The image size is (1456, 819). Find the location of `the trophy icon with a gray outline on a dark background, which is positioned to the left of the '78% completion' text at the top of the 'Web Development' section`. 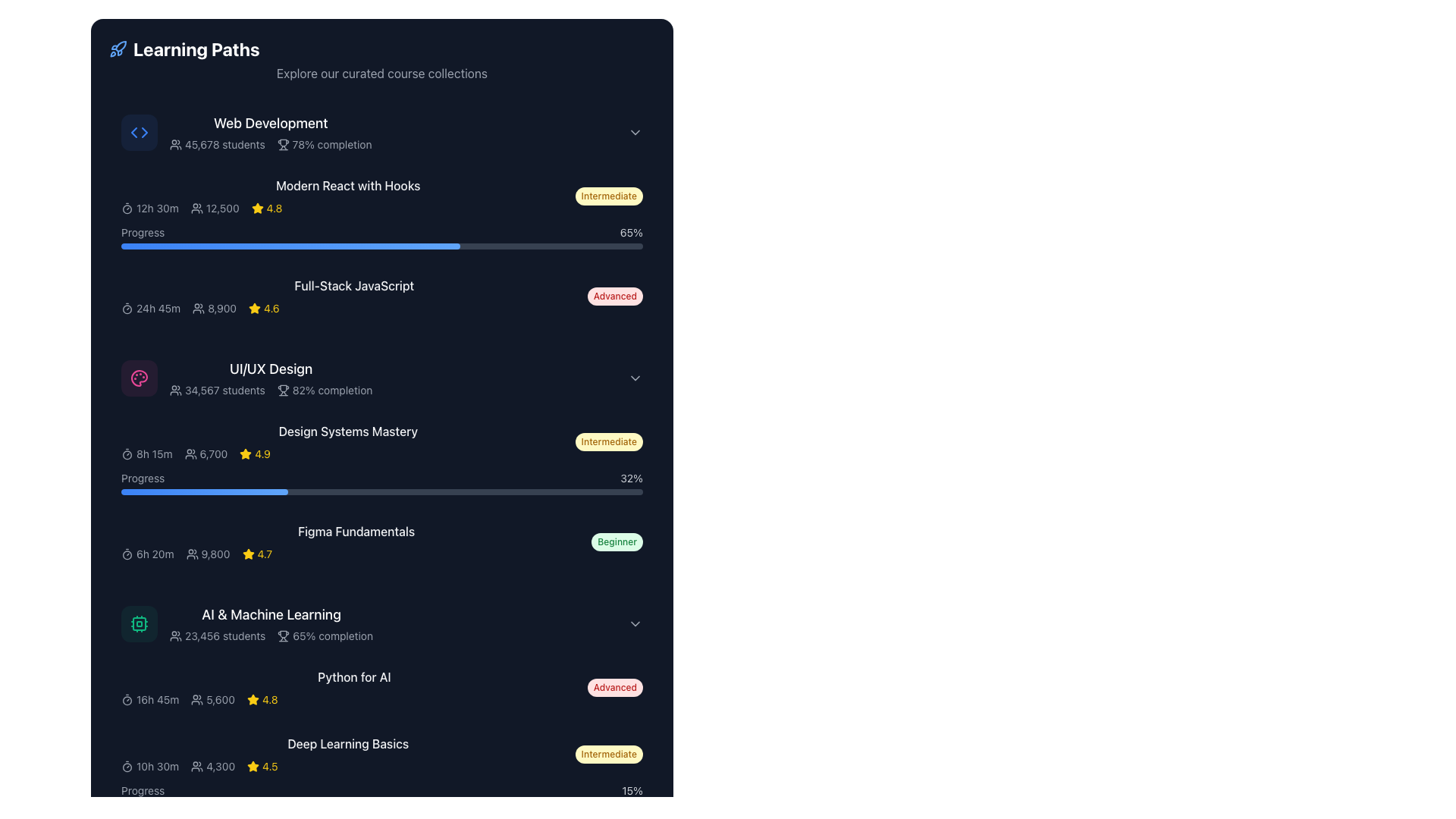

the trophy icon with a gray outline on a dark background, which is positioned to the left of the '78% completion' text at the top of the 'Web Development' section is located at coordinates (283, 145).